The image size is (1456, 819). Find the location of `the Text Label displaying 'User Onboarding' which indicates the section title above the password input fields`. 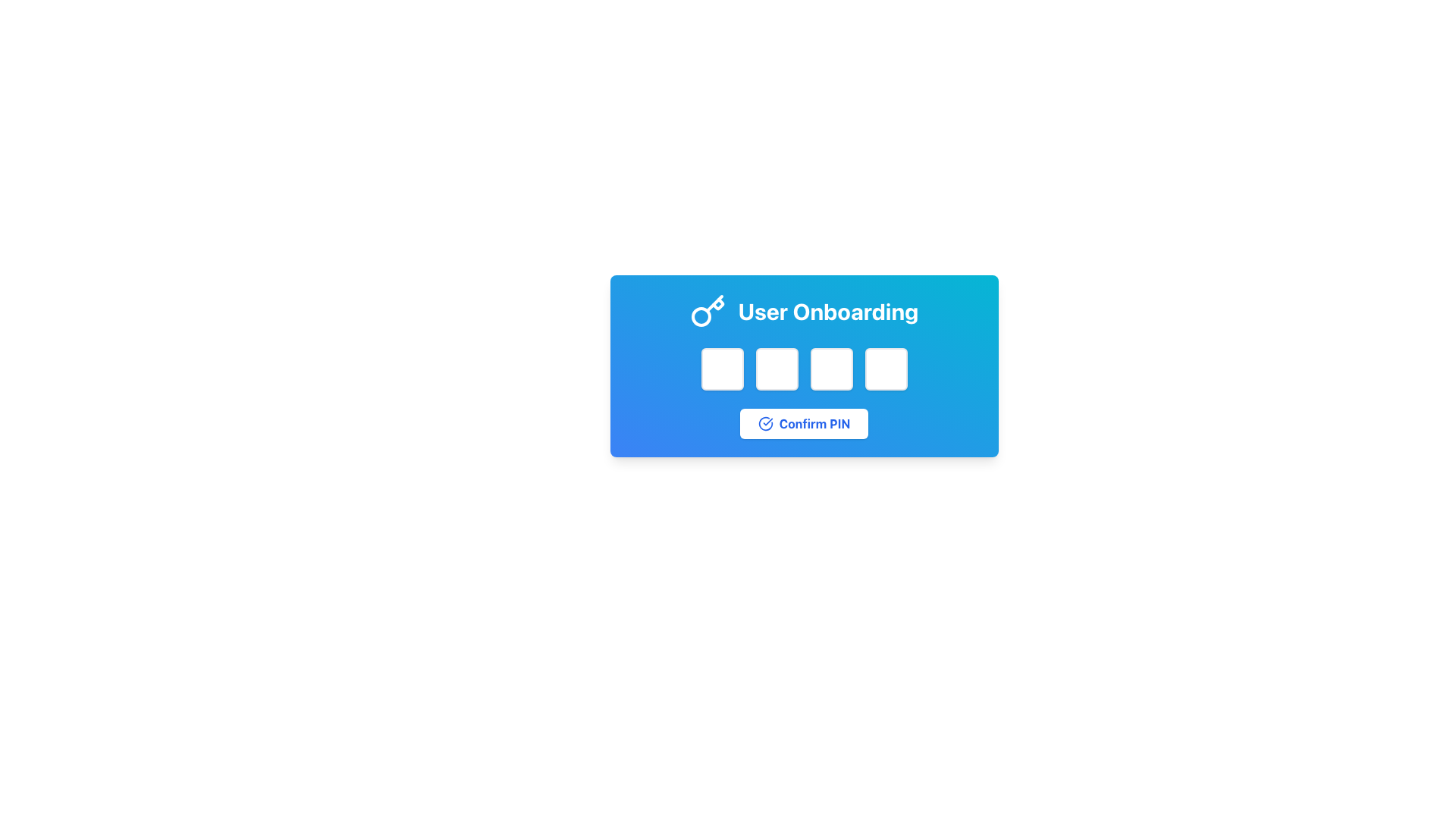

the Text Label displaying 'User Onboarding' which indicates the section title above the password input fields is located at coordinates (803, 311).